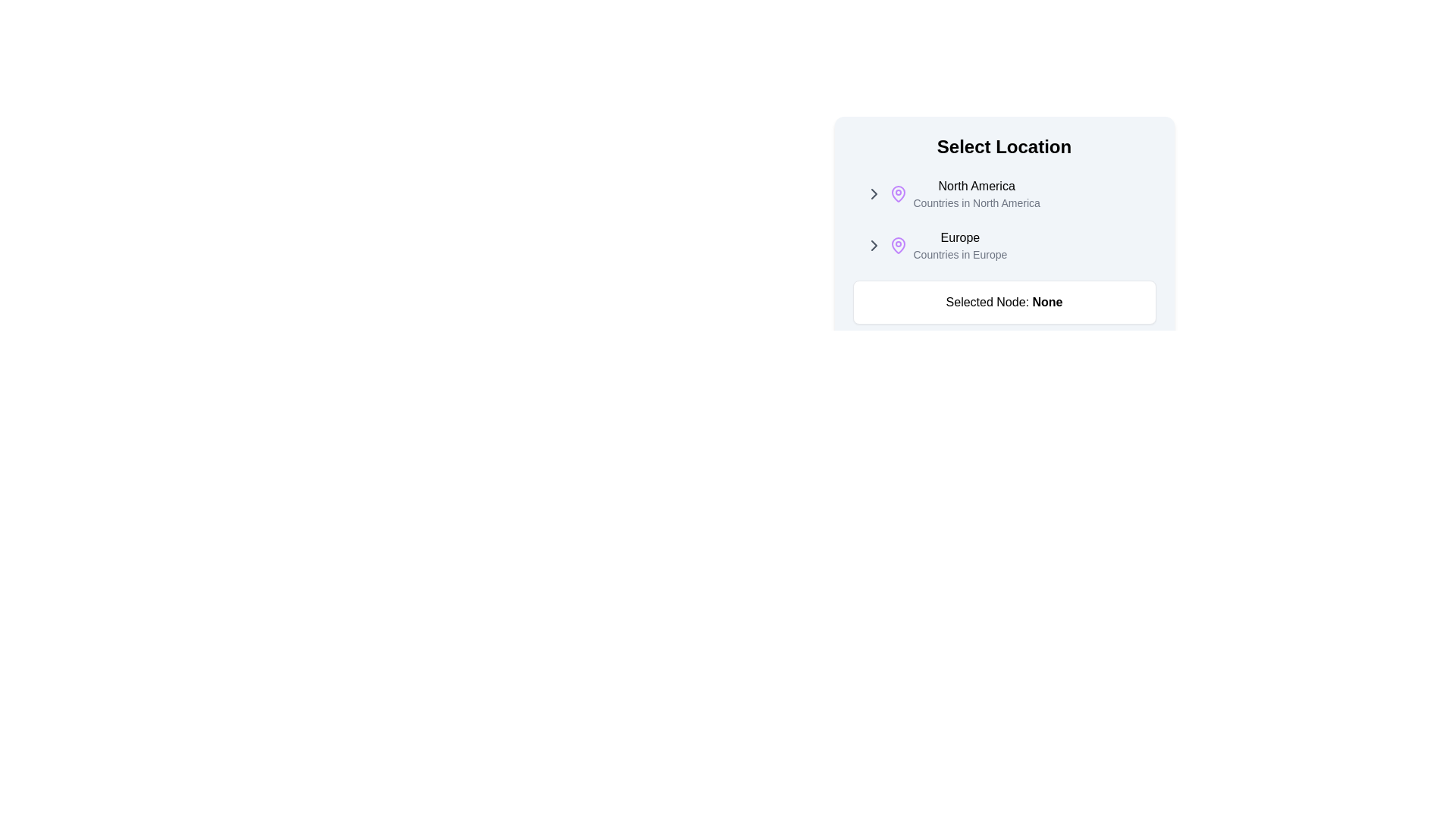  I want to click on the text block displaying 'Europe', so click(959, 245).